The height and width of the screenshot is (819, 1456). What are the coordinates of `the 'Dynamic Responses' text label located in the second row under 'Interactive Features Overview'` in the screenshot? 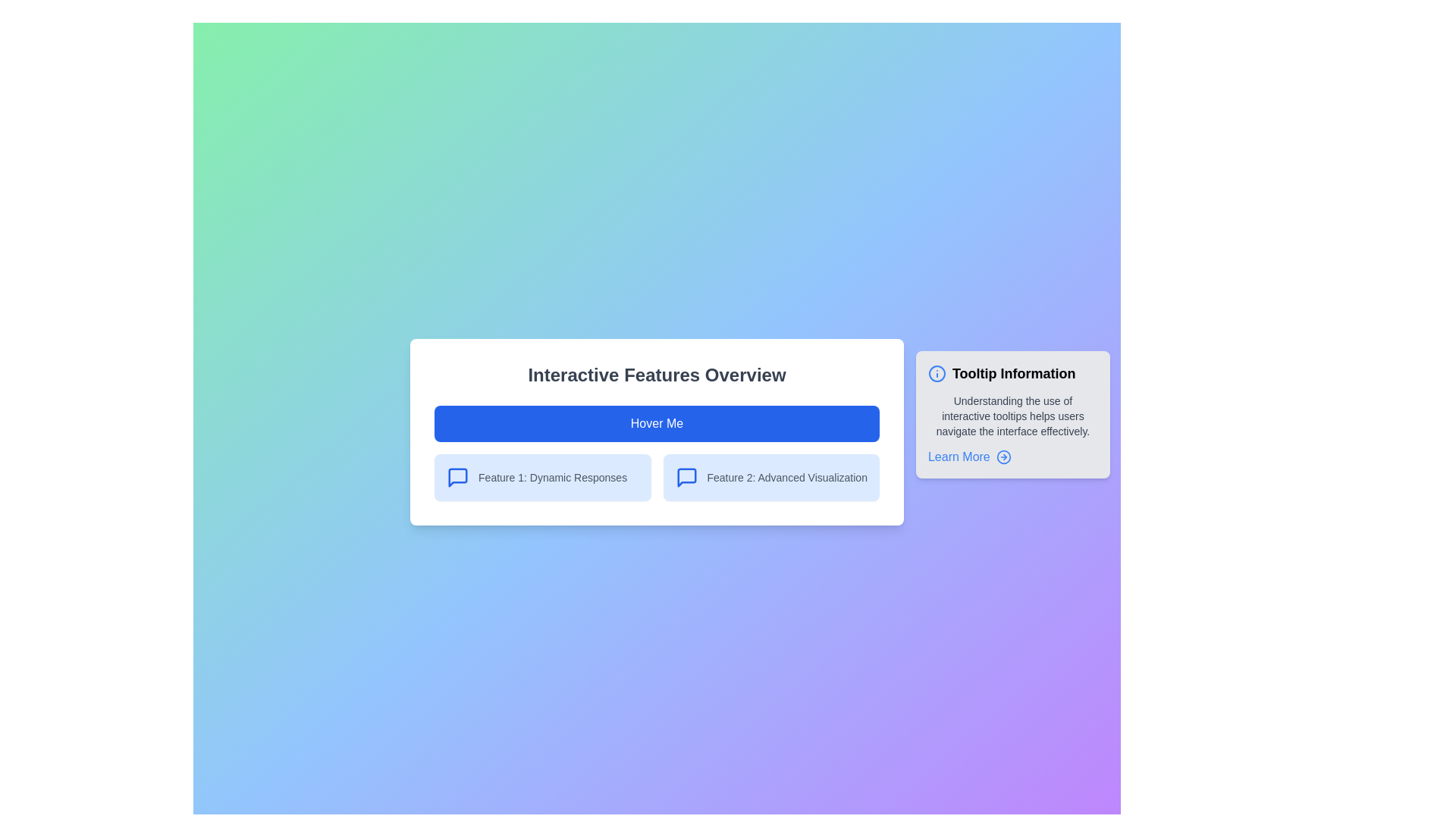 It's located at (552, 476).